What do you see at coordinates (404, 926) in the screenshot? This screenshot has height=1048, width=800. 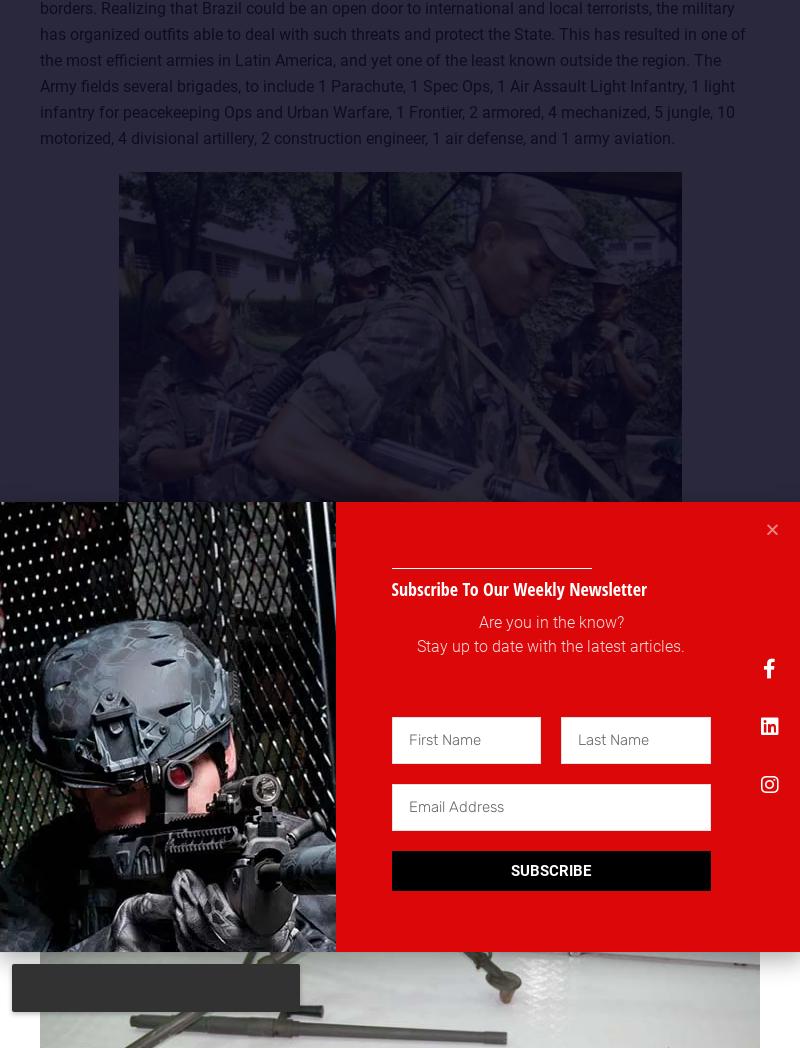 I see `'.'` at bounding box center [404, 926].